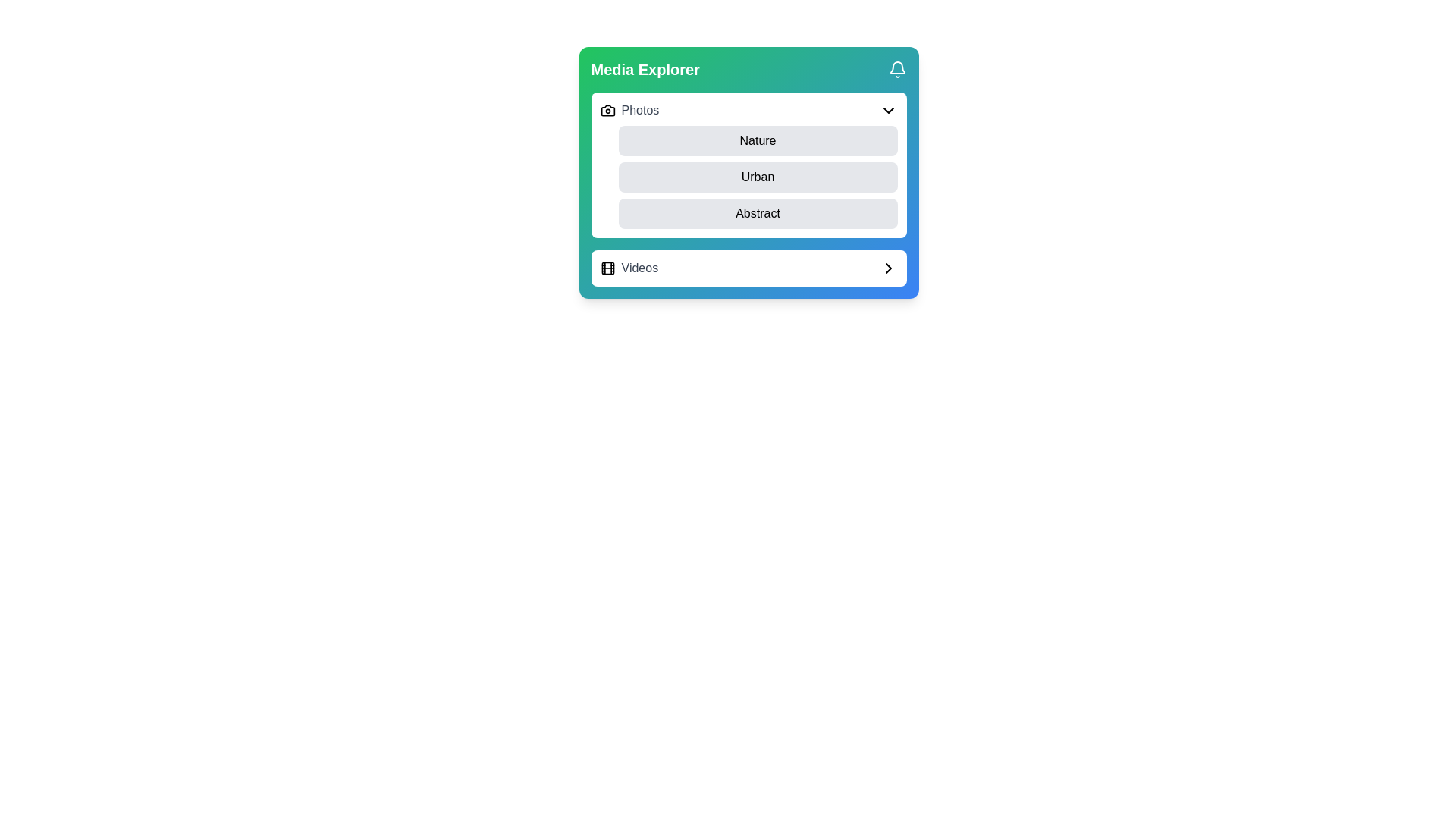  I want to click on the SVG rectangle element located in the 'Videos' section of the lower menu, which is part of the film strip icon, so click(607, 268).